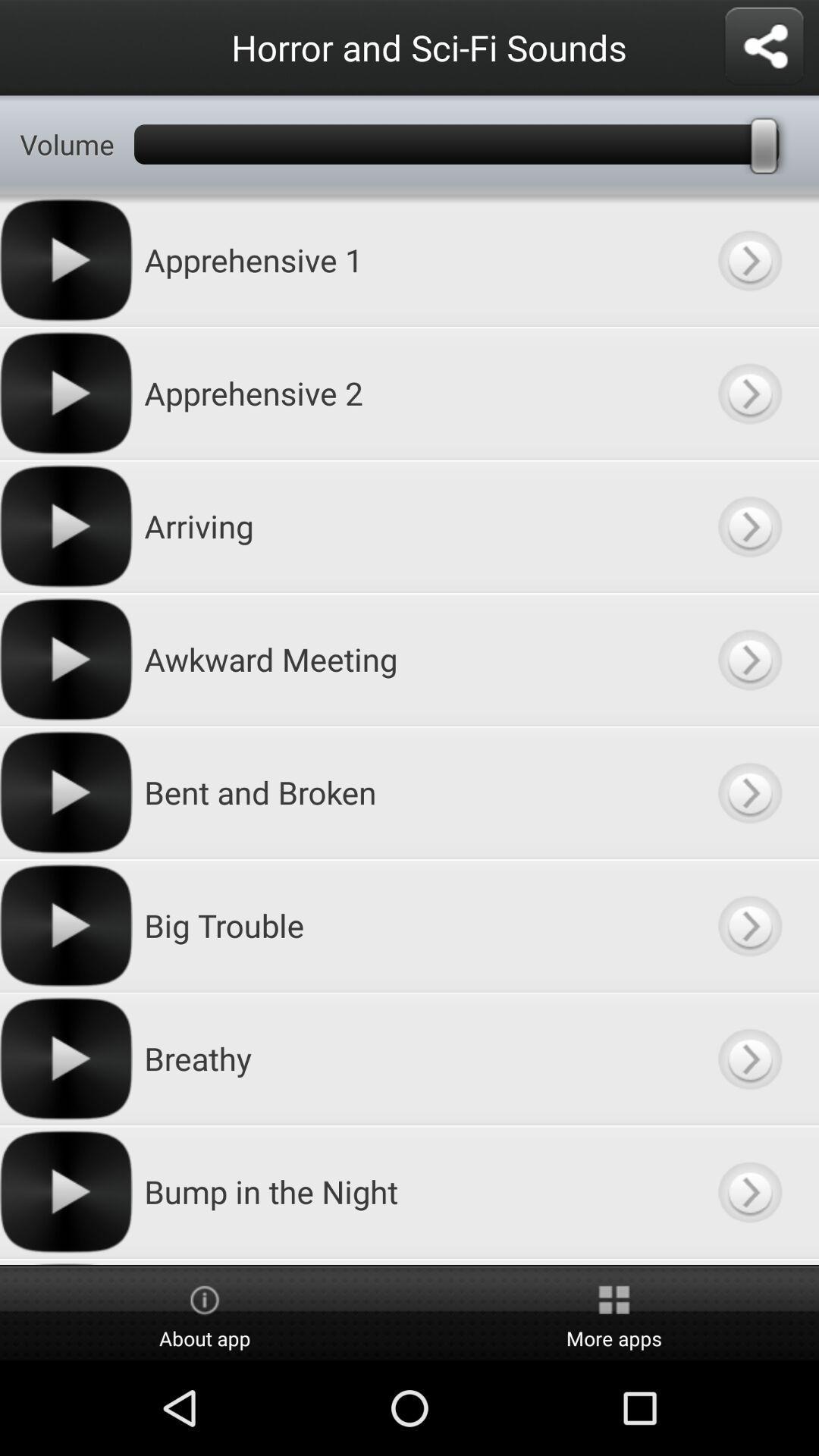 This screenshot has width=819, height=1456. I want to click on click on breathy, so click(748, 1058).